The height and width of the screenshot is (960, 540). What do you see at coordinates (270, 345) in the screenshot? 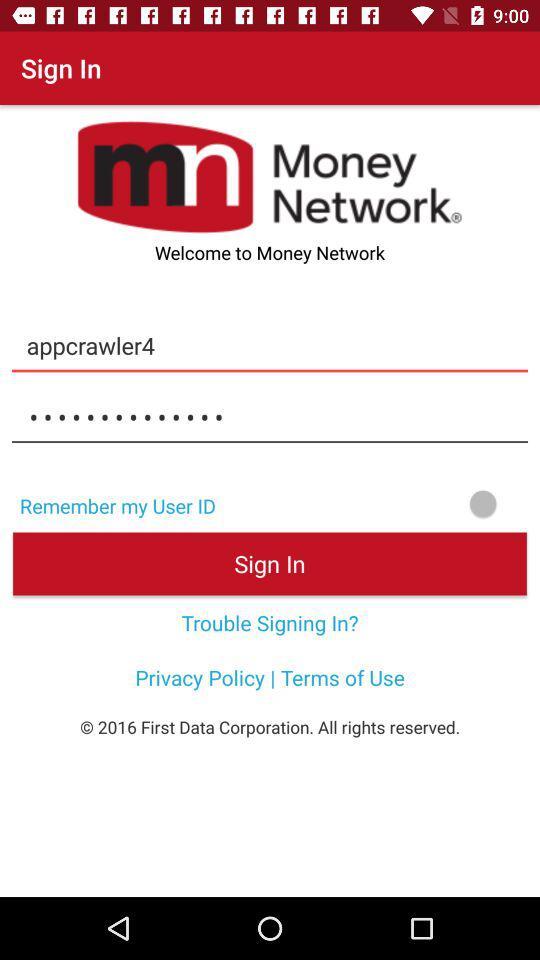
I see `appcrawler4 item` at bounding box center [270, 345].